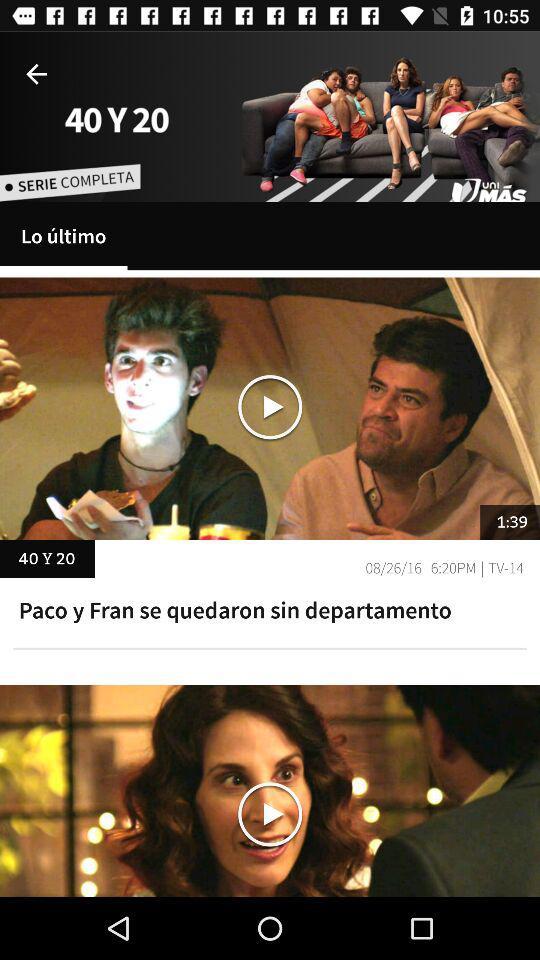  What do you see at coordinates (36, 74) in the screenshot?
I see `go back` at bounding box center [36, 74].